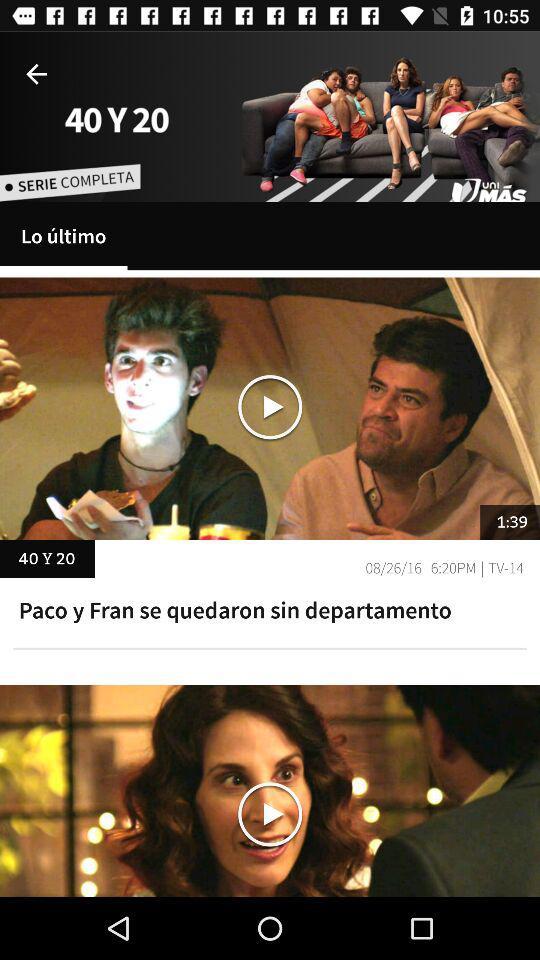  What do you see at coordinates (36, 74) in the screenshot?
I see `go back` at bounding box center [36, 74].